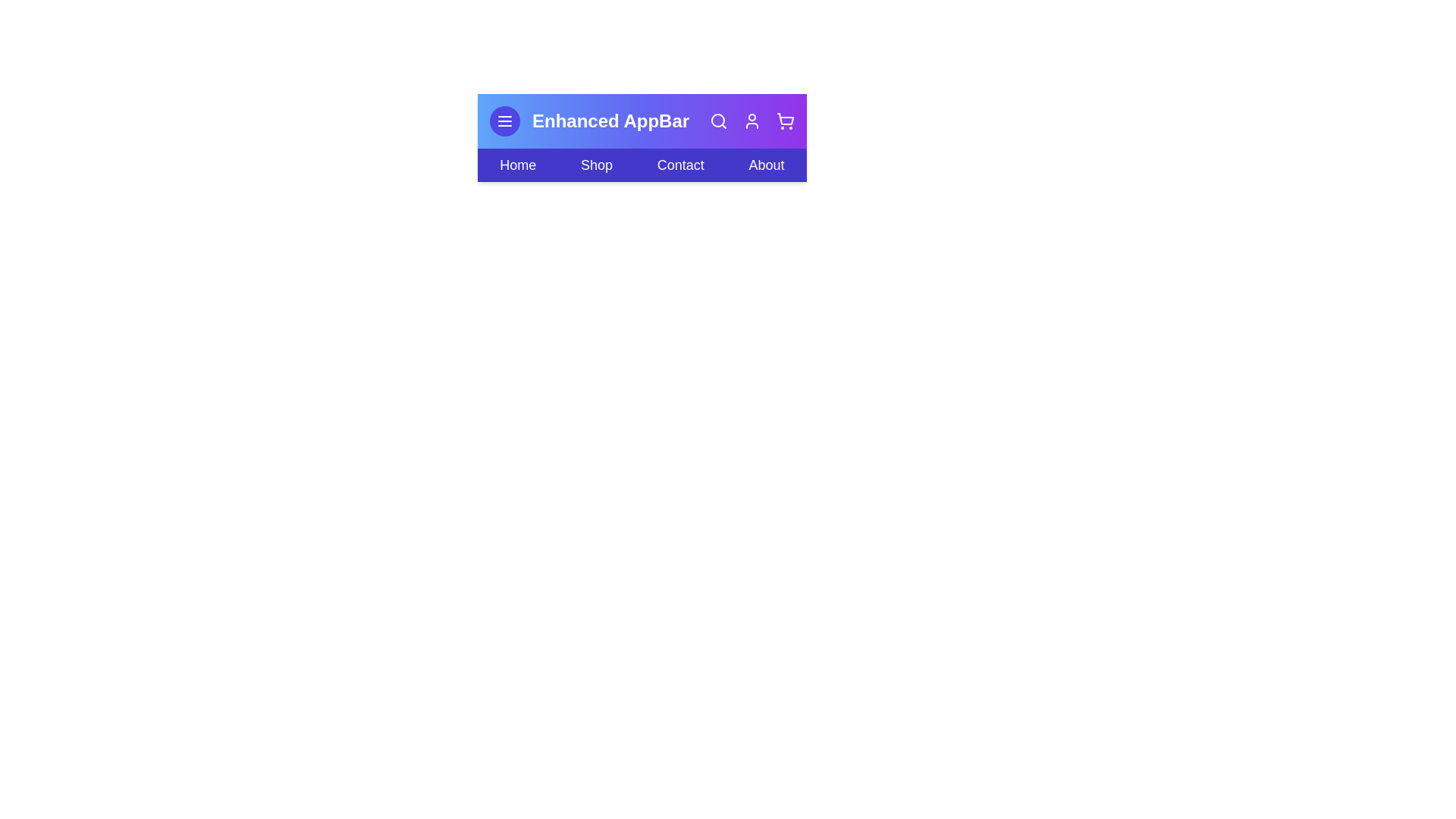 The image size is (1456, 819). Describe the element at coordinates (767, 165) in the screenshot. I see `the interactive element About Link to observe its hover effect` at that location.